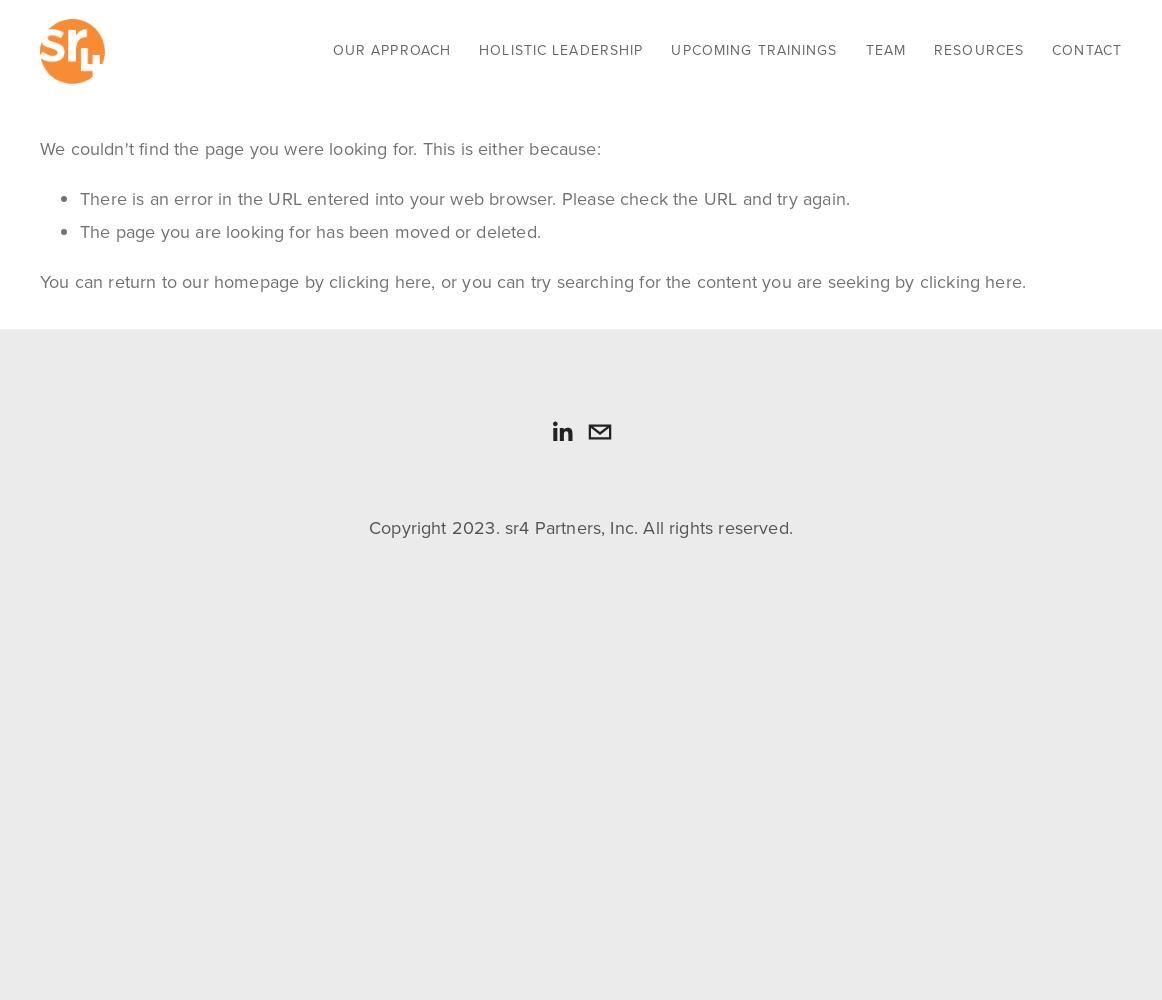 The image size is (1162, 1000). I want to click on 'We couldn't find the page you were looking for. This is either because:', so click(319, 149).